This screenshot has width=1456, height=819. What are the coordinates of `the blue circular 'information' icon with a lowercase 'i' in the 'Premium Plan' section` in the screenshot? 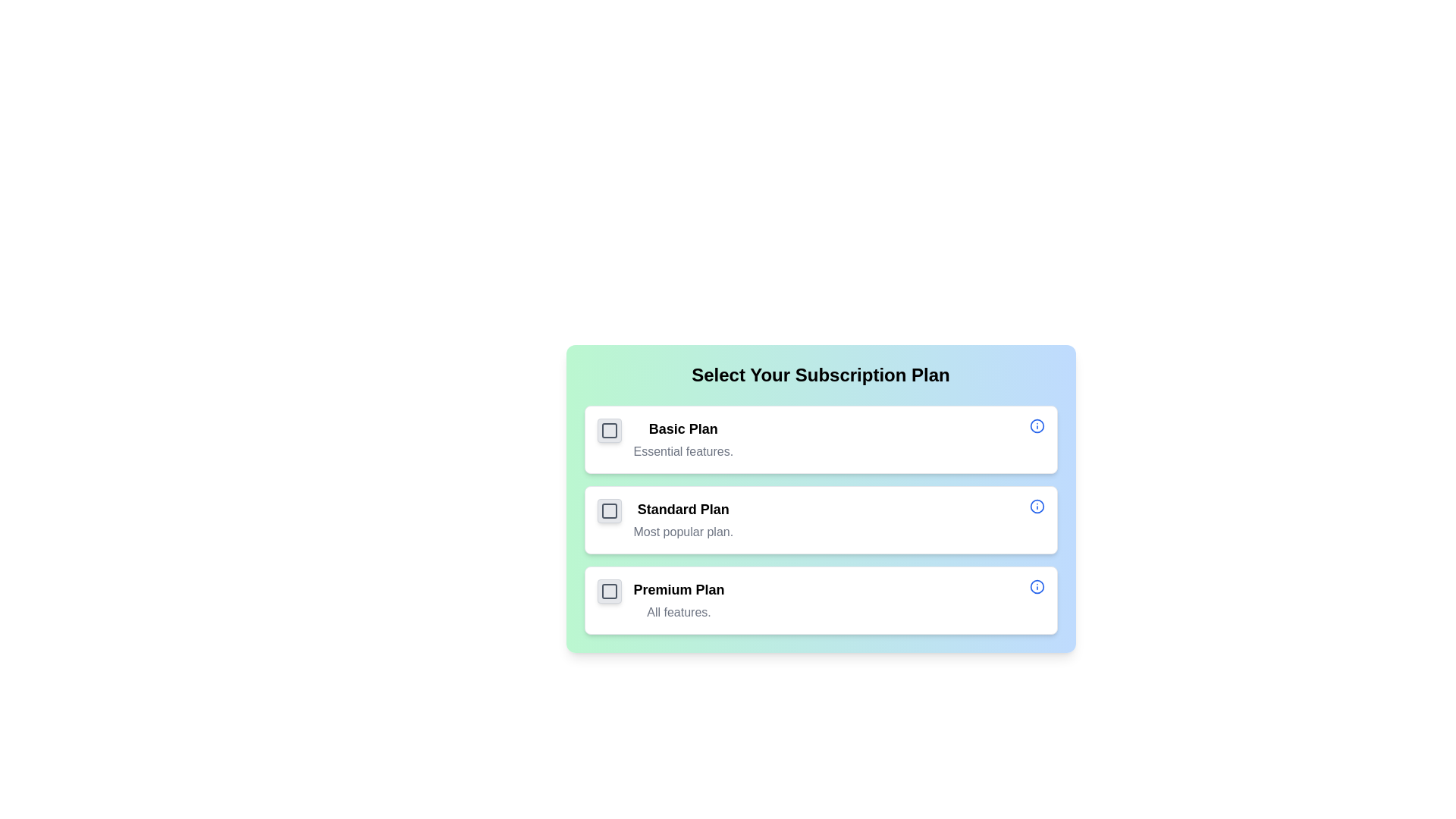 It's located at (1036, 586).